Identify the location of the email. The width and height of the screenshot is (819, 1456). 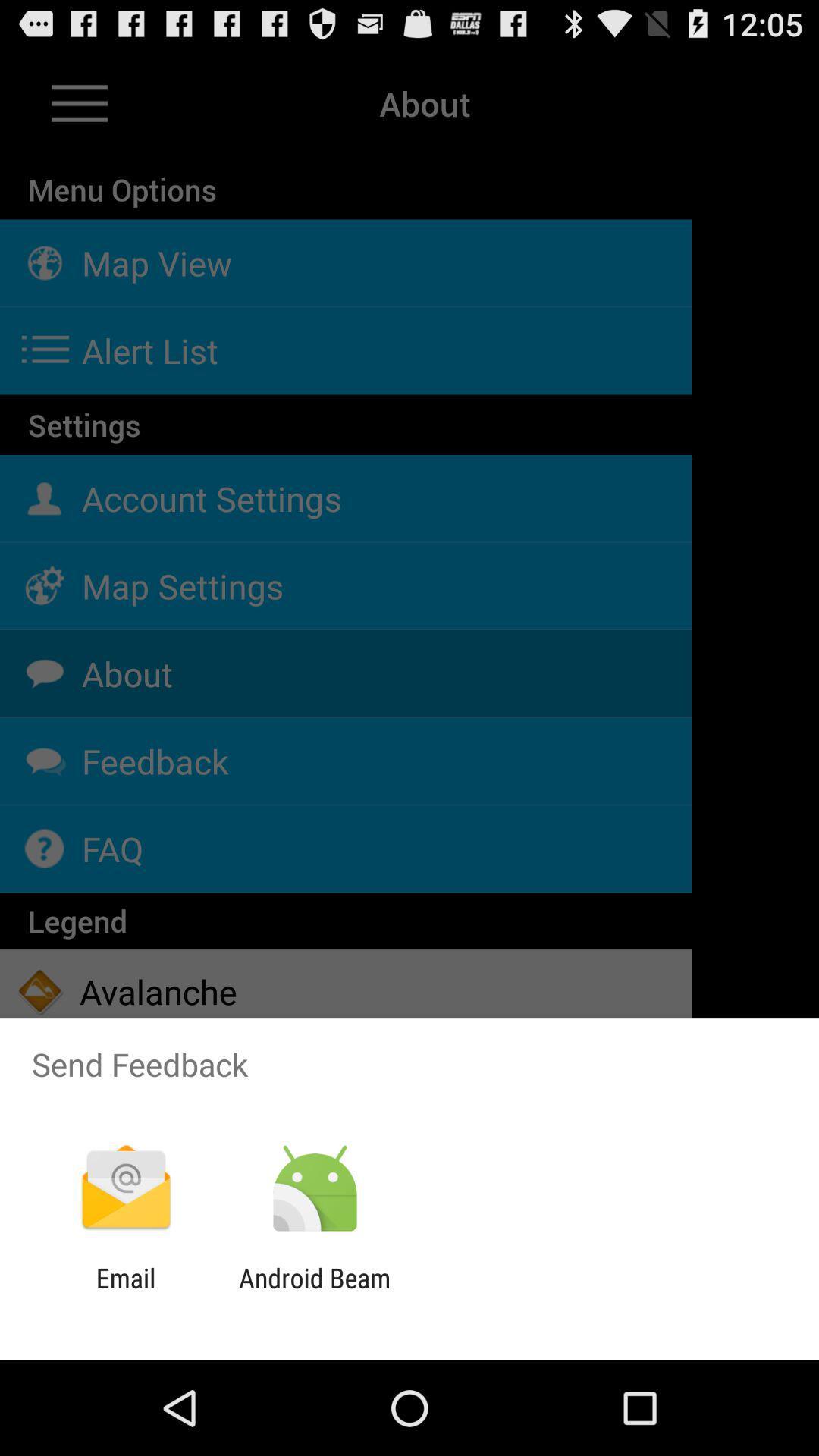
(125, 1293).